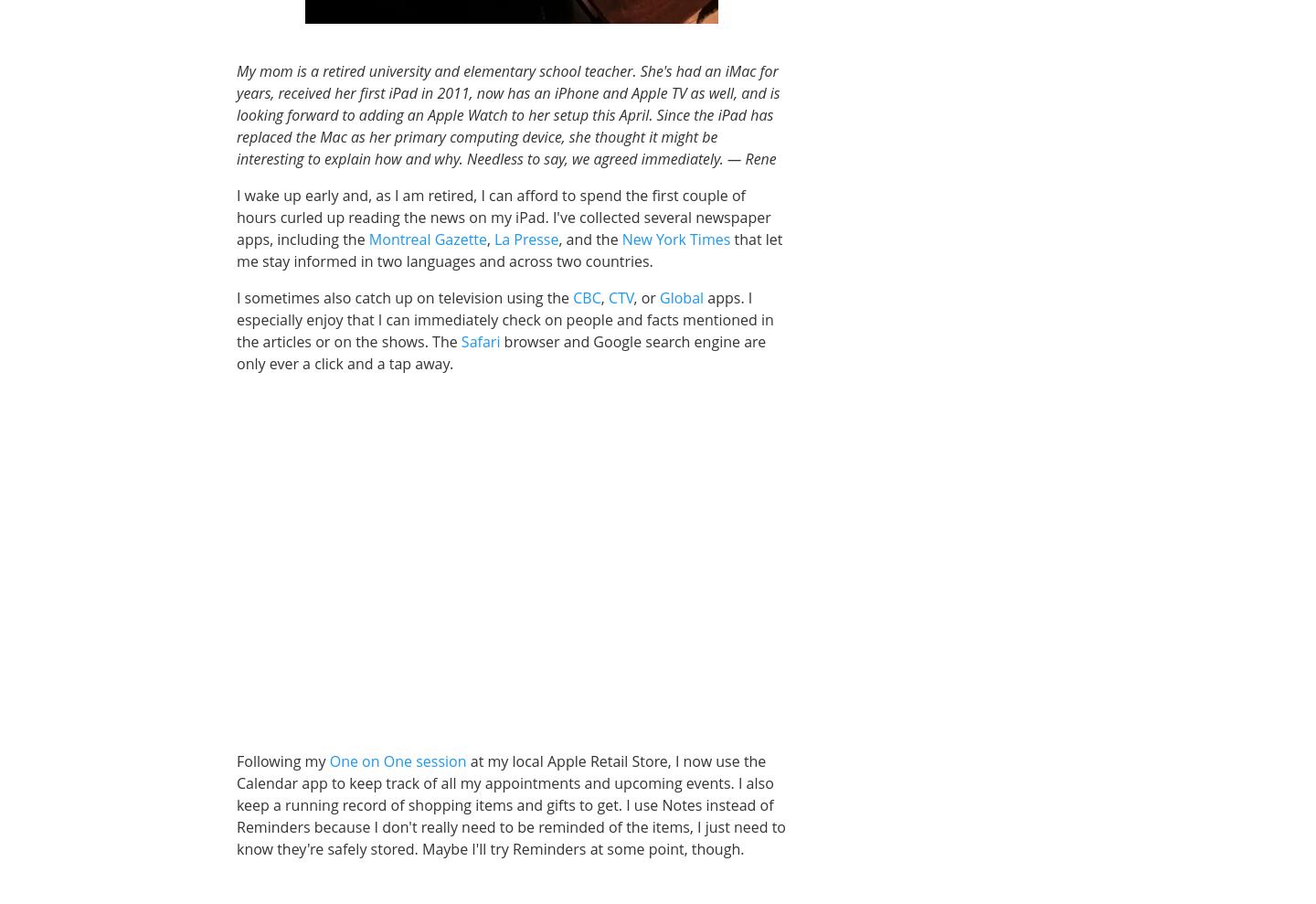  Describe the element at coordinates (236, 803) in the screenshot. I see `'at my local Apple Retail Store, I now use the Calendar app to keep track of all my appointments and upcoming events. I also keep a running record of shopping items and gifts to get. I use Notes instead of Reminders because I don't really need to be reminded of the items, I just need to know they're safely stored. Maybe I'll try Reminders at some point, though.'` at that location.